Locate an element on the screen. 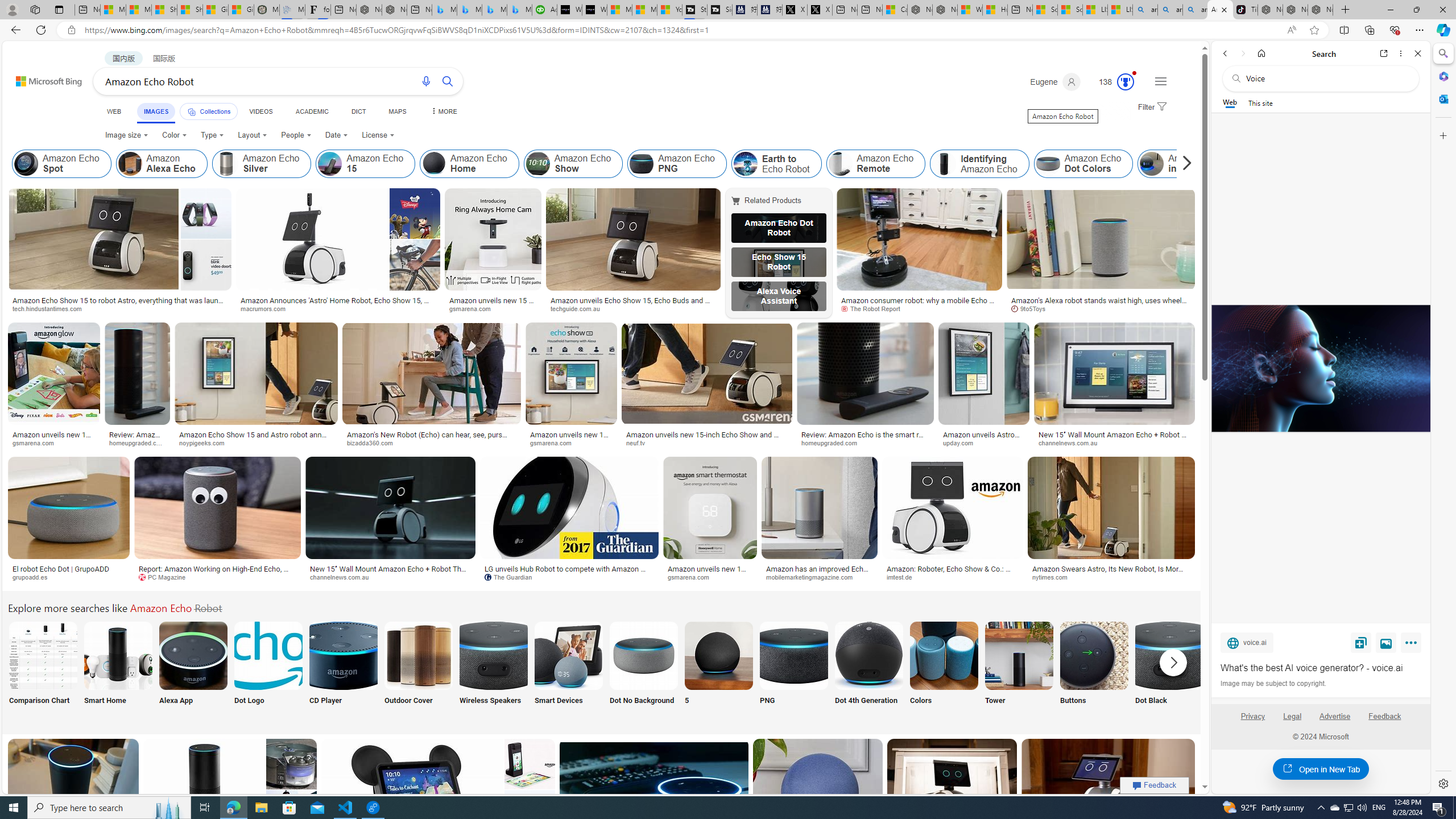 The width and height of the screenshot is (1456, 819). 'Manatee Mortality Statistics | FWC' is located at coordinates (266, 9).